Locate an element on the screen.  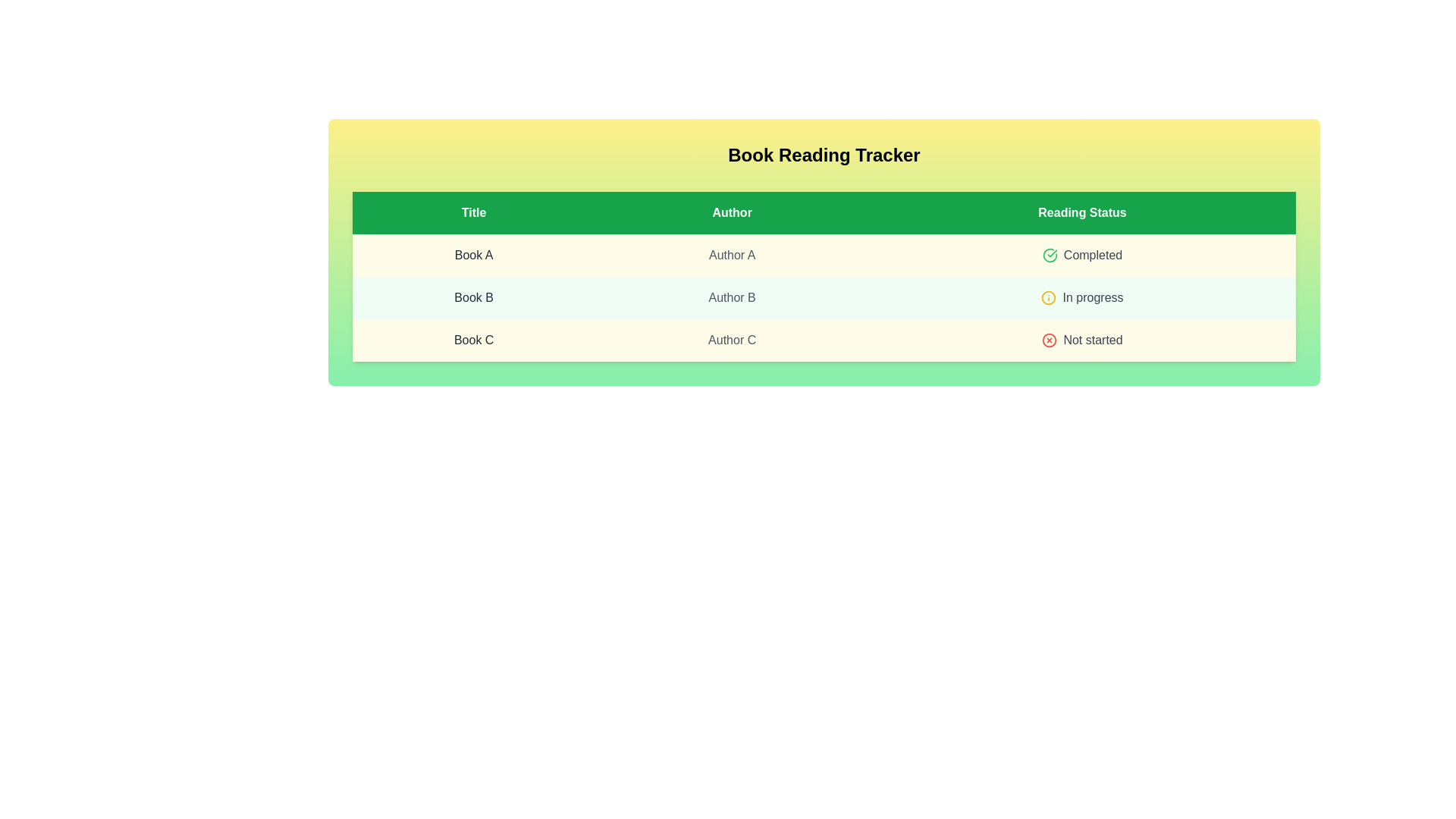
the status icon for the book with the status Completed is located at coordinates (1049, 254).